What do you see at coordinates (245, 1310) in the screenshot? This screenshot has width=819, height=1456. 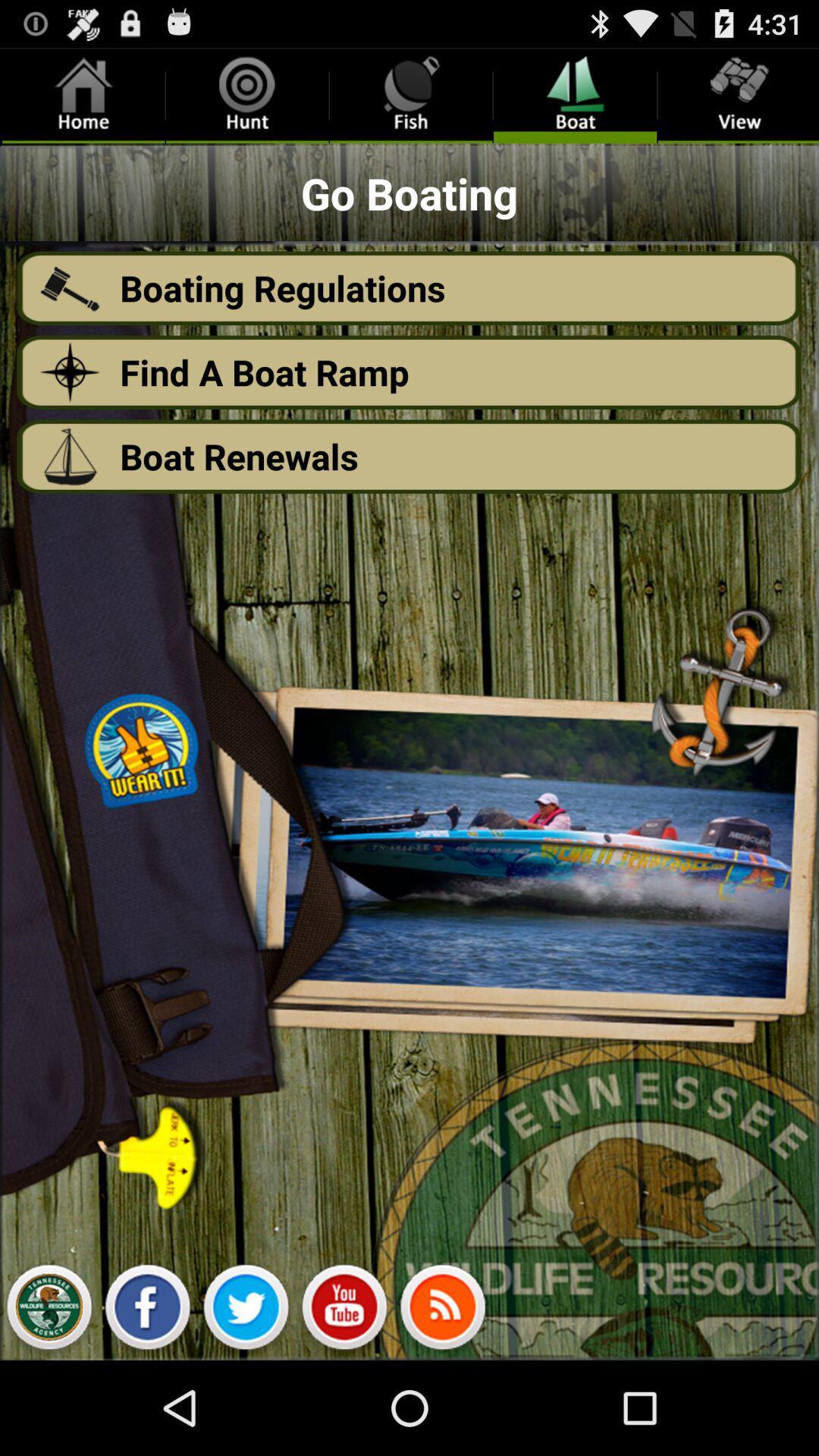 I see `share to twitter` at bounding box center [245, 1310].